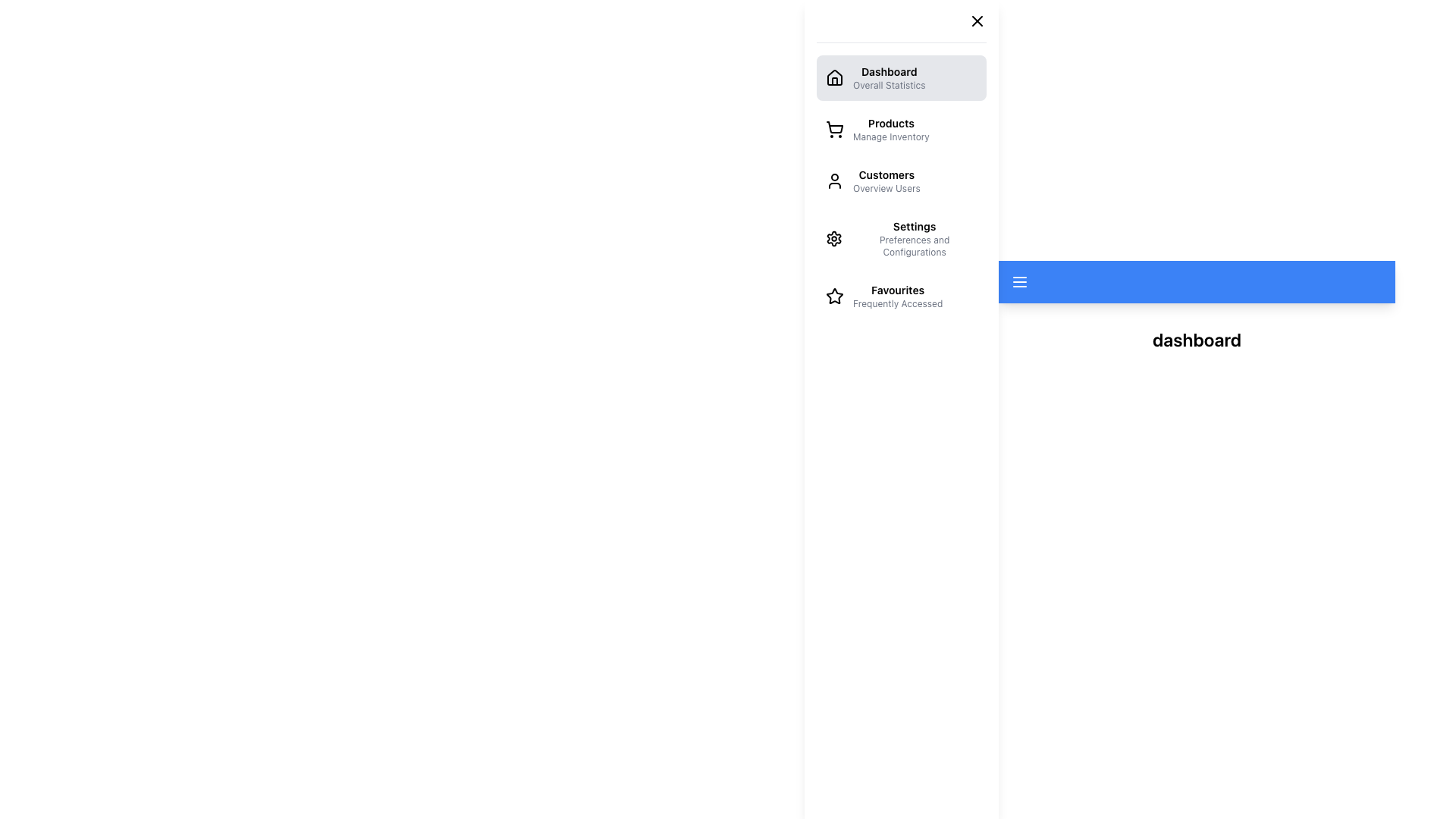 The width and height of the screenshot is (1456, 819). What do you see at coordinates (833, 77) in the screenshot?
I see `the 'Dashboard' menu icon located at the top of the navigation sidebar` at bounding box center [833, 77].